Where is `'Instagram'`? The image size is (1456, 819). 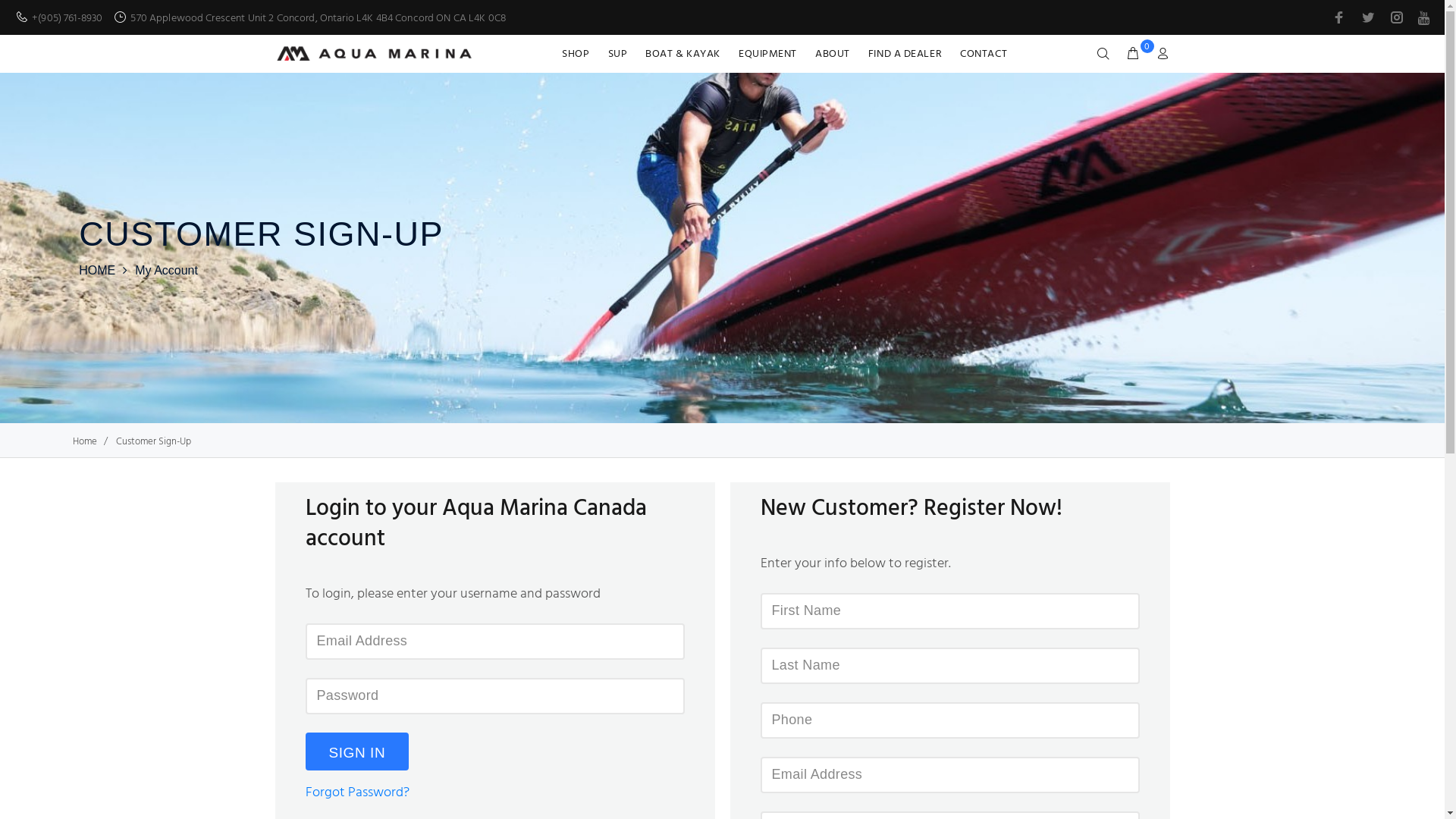
'Instagram' is located at coordinates (1386, 17).